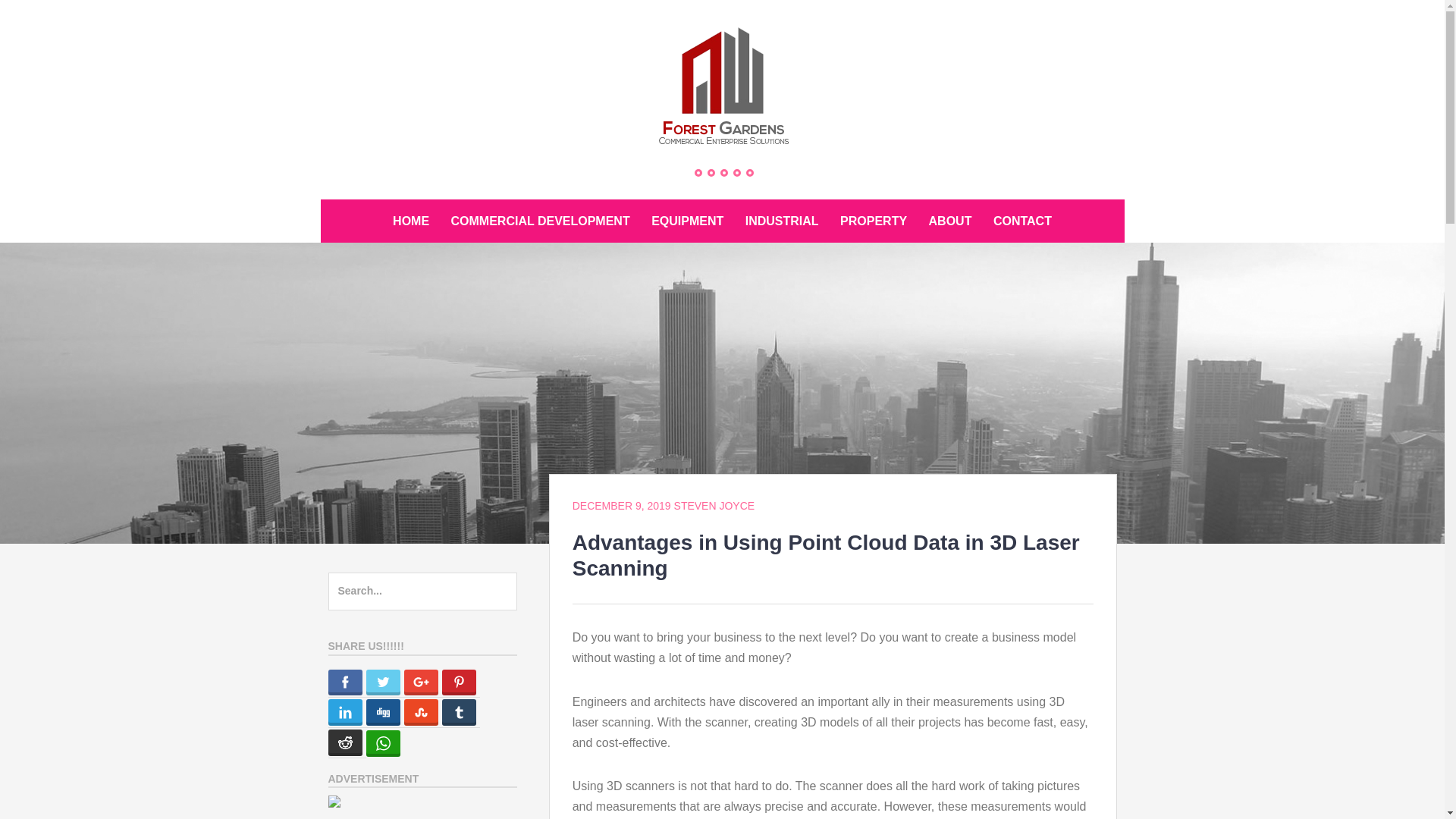 Image resolution: width=1456 pixels, height=819 pixels. What do you see at coordinates (737, 171) in the screenshot?
I see `'Privacy Policy'` at bounding box center [737, 171].